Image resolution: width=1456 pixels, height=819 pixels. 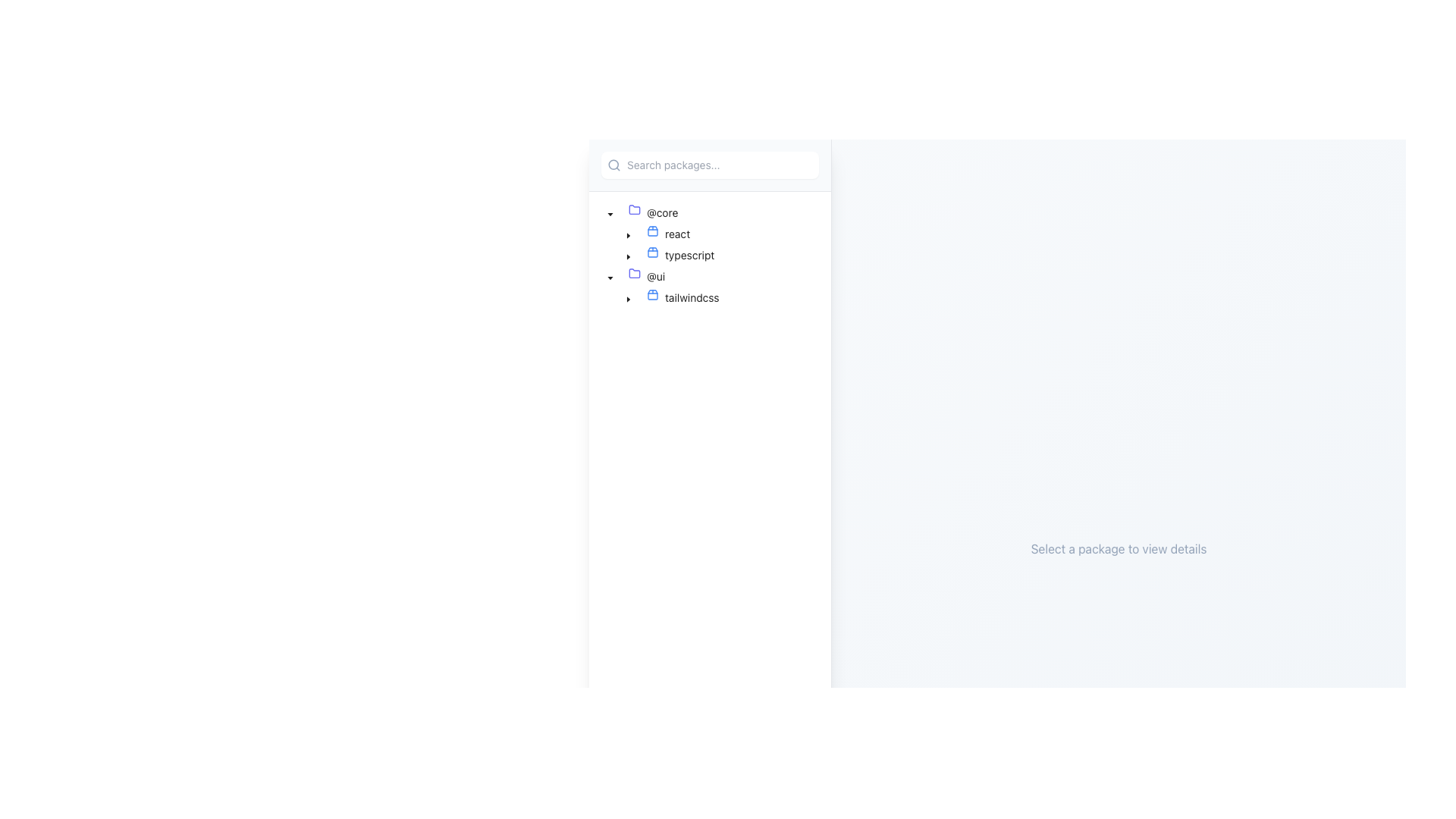 What do you see at coordinates (610, 298) in the screenshot?
I see `the indent marker element within the treeview structure under the '@ui' section, preceding the 'tailwindcss' node` at bounding box center [610, 298].